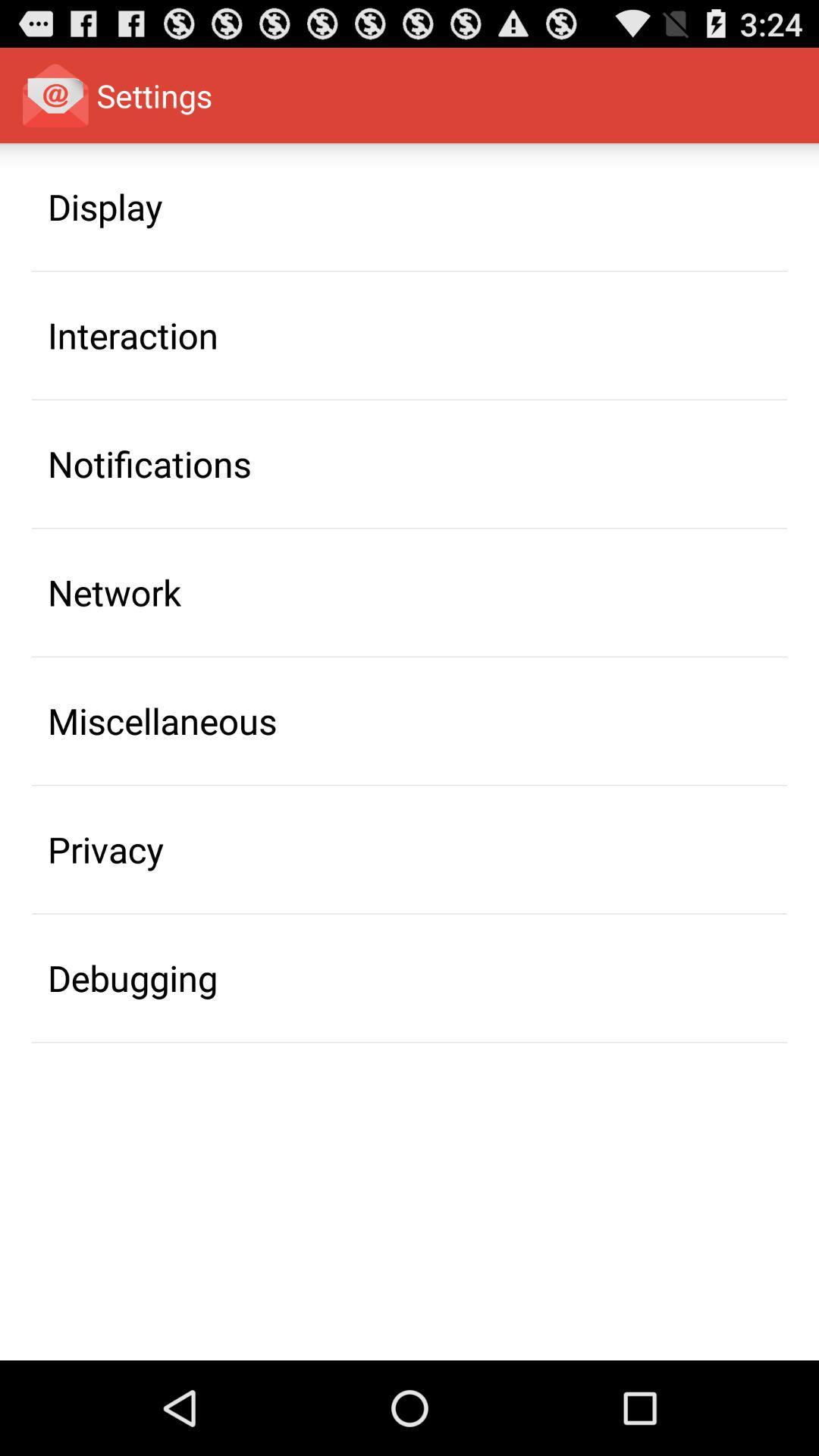 Image resolution: width=819 pixels, height=1456 pixels. I want to click on the network icon, so click(114, 591).